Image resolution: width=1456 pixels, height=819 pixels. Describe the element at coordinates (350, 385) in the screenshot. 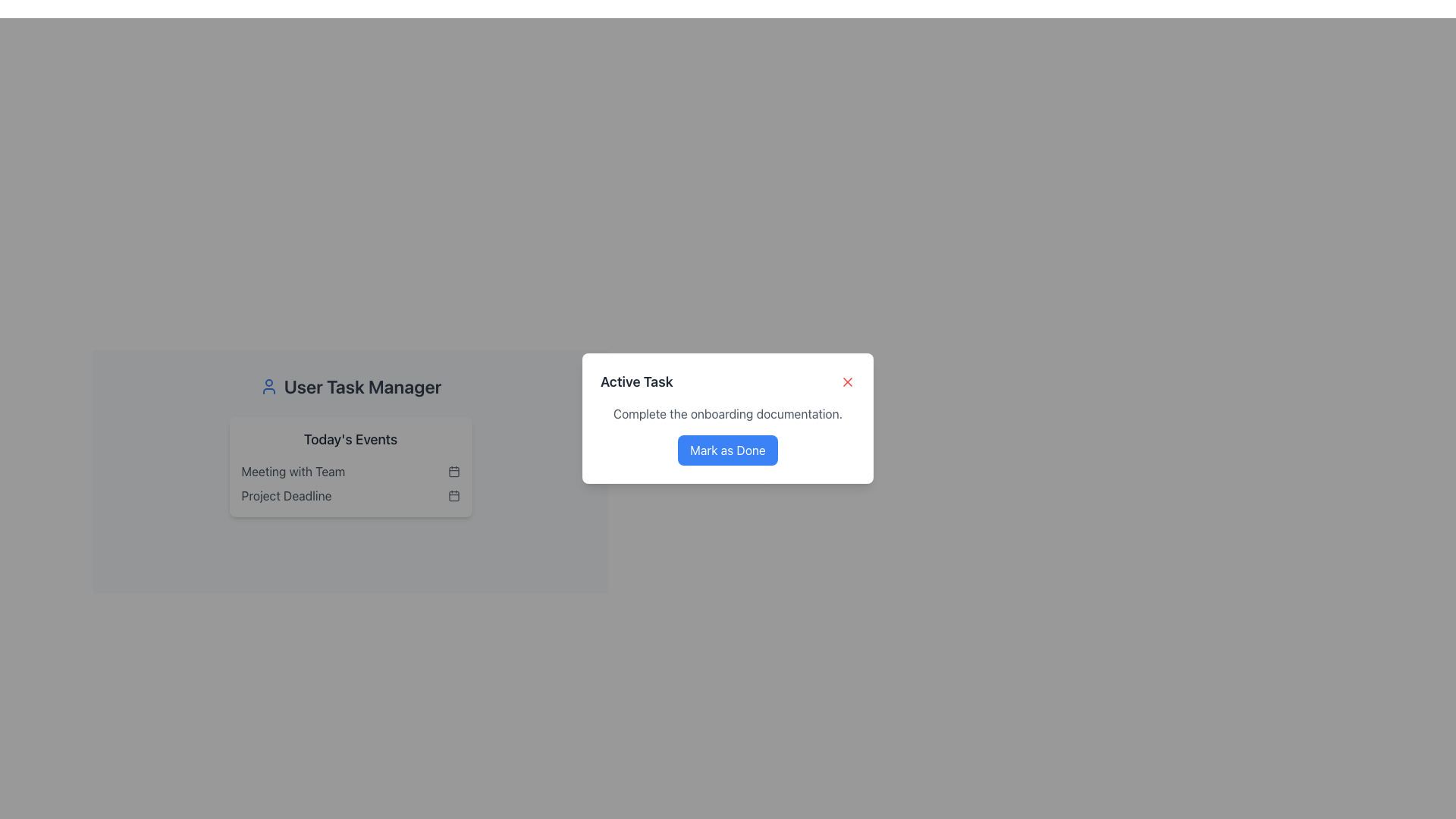

I see `text 'User Task Manager' from the heading with a blue user icon to the left, styled in bold gray font, located above 'Today's Events'` at that location.